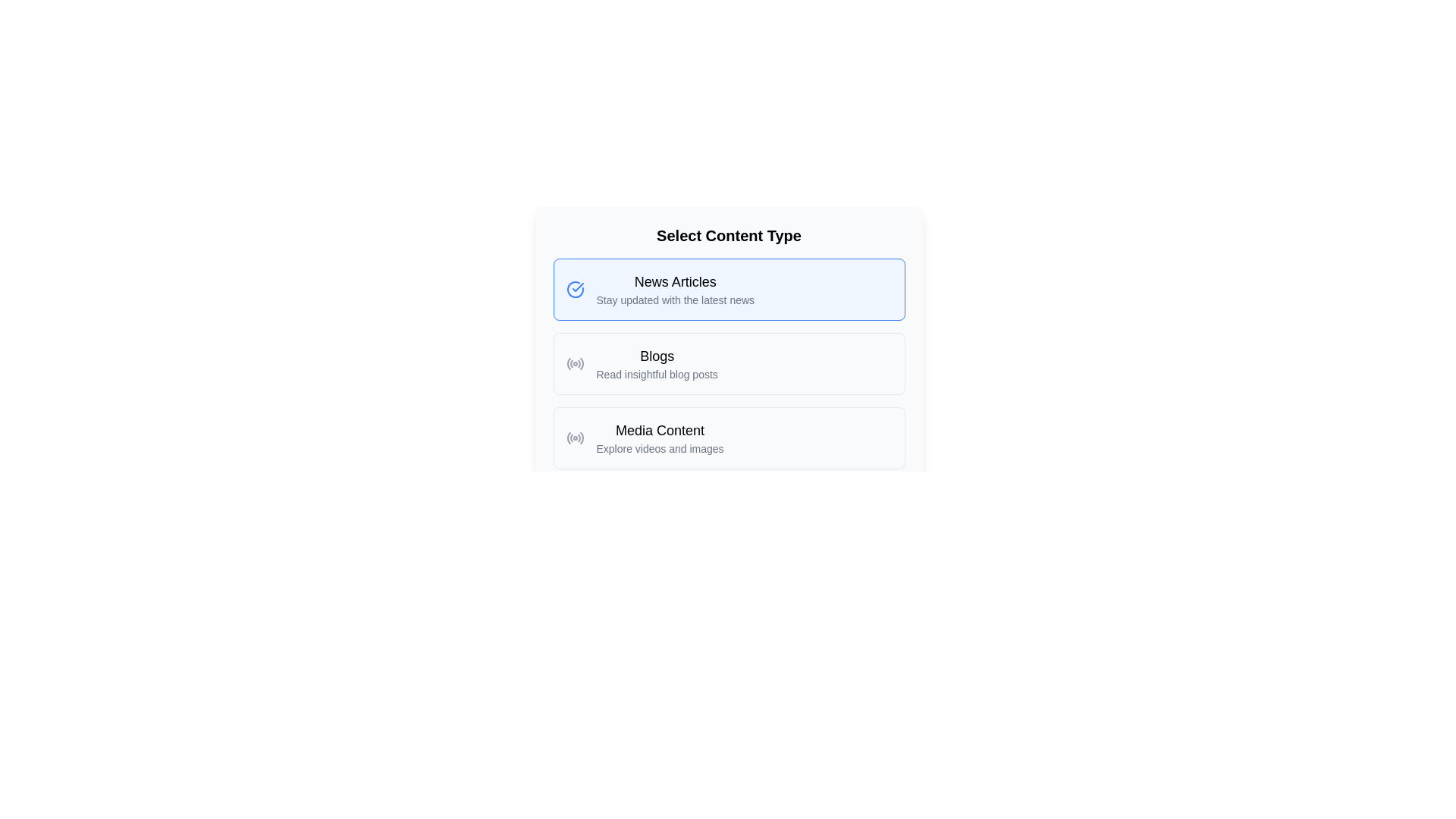 The height and width of the screenshot is (819, 1456). I want to click on the Icon (Circle with Checkmark) which indicates selection or confirmation for the 'News Articles' option in the list, so click(574, 289).